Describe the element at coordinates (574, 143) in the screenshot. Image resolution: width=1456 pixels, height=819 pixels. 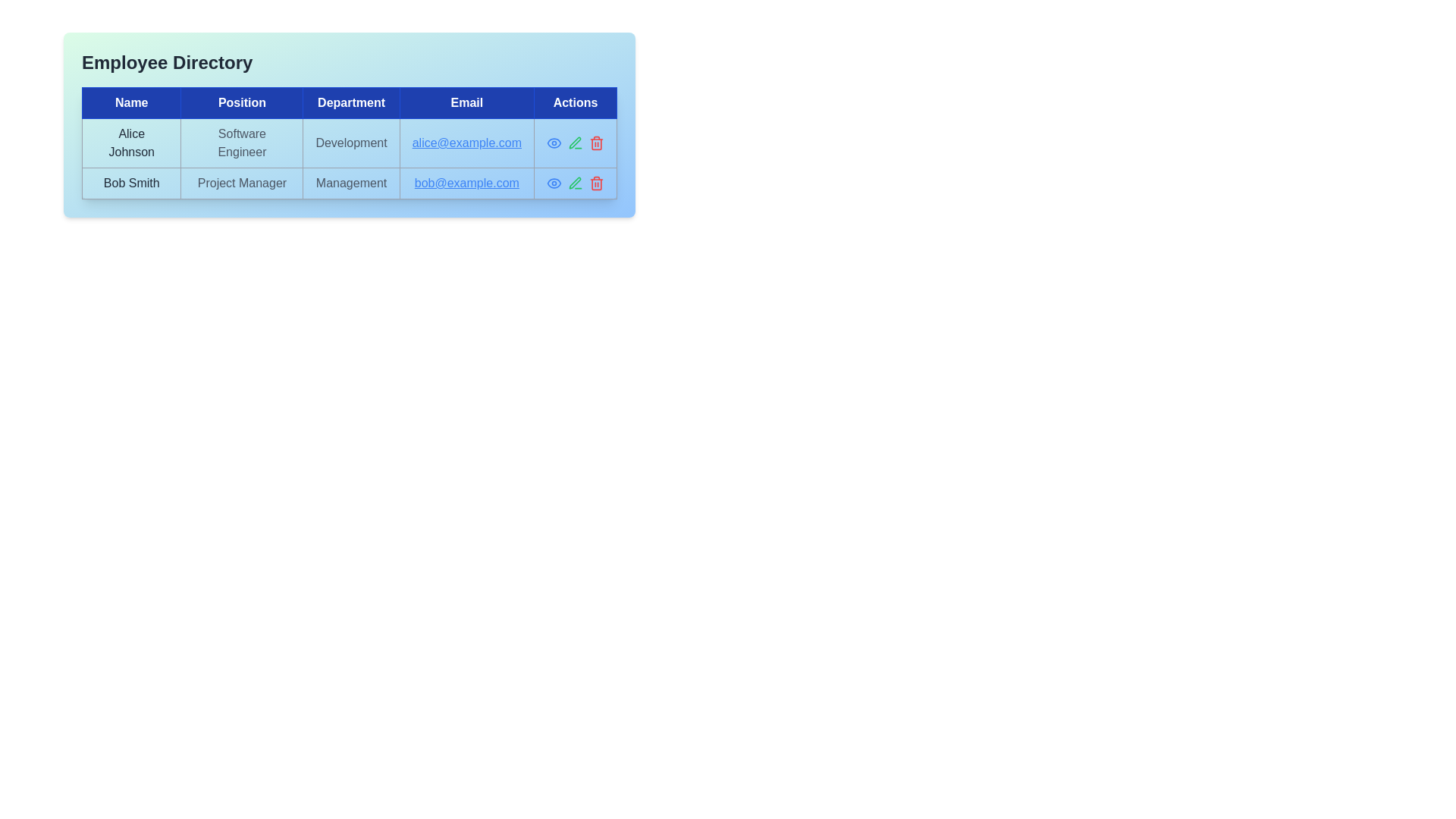
I see `the second icon button in the 'Actions' column of the first row in the table to trigger a hover effect` at that location.